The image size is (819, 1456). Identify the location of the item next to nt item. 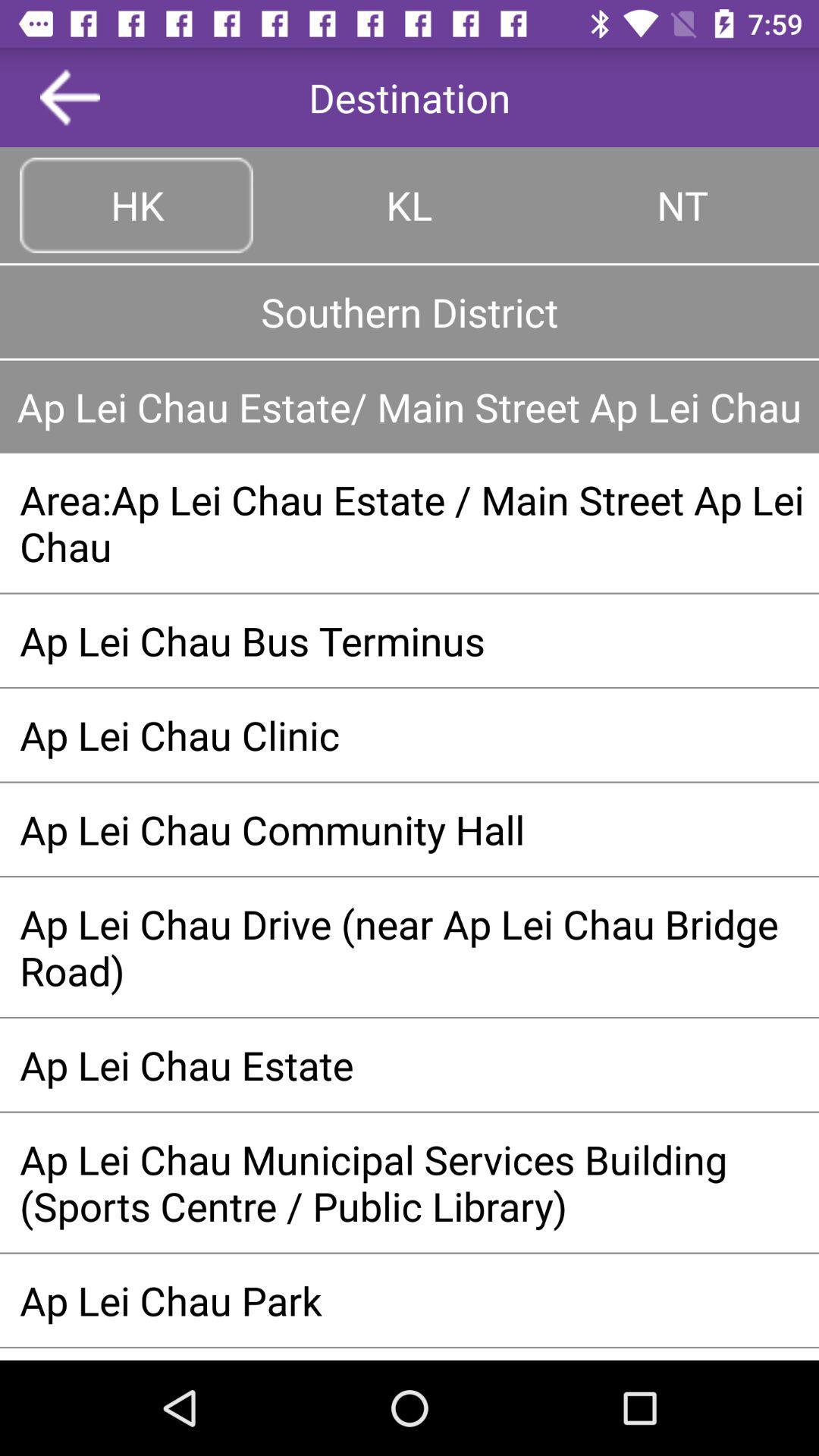
(409, 204).